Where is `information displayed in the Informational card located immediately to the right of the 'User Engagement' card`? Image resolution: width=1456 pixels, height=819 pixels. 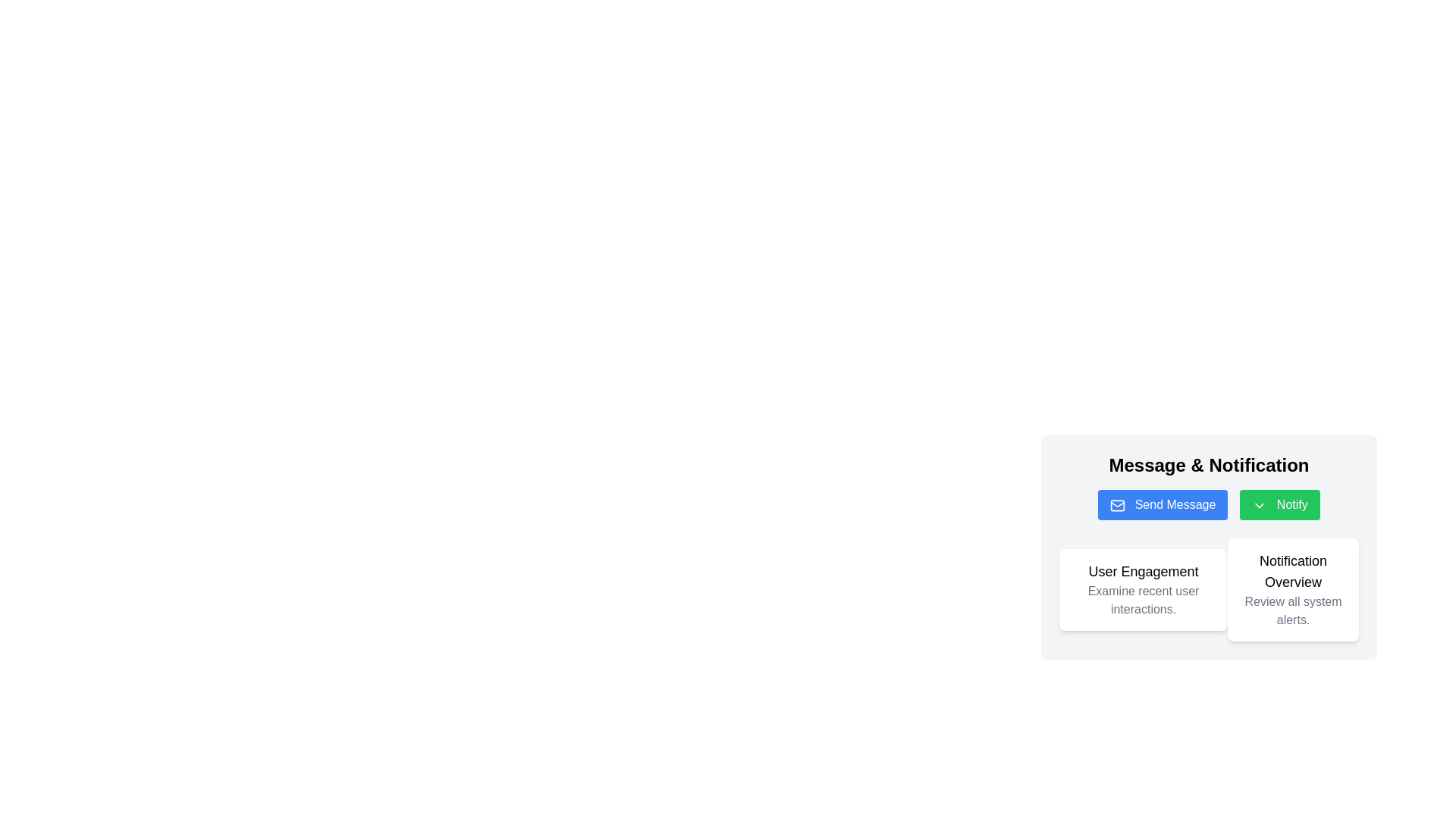
information displayed in the Informational card located immediately to the right of the 'User Engagement' card is located at coordinates (1292, 589).